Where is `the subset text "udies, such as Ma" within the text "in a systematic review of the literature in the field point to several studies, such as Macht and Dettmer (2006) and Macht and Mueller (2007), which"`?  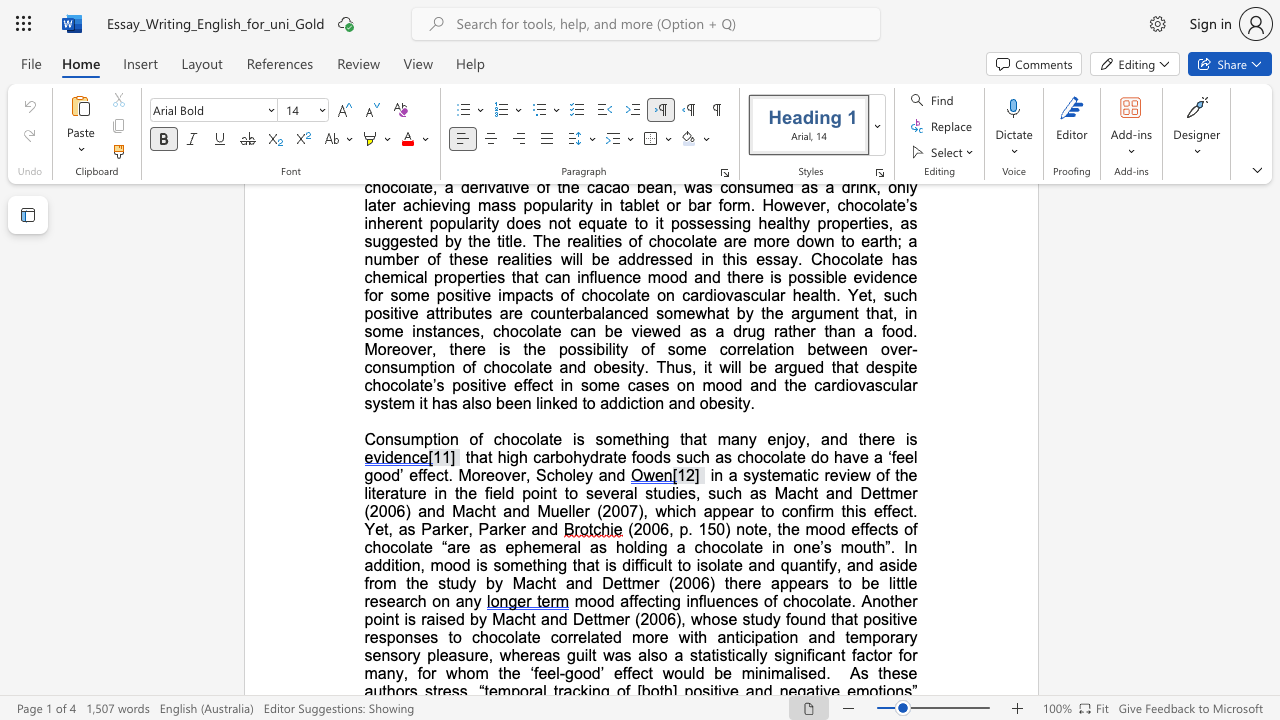
the subset text "udies, such as Ma" within the text "in a systematic review of the literature in the field point to several studies, such as Macht and Dettmer (2006) and Macht and Mueller (2007), which" is located at coordinates (657, 493).